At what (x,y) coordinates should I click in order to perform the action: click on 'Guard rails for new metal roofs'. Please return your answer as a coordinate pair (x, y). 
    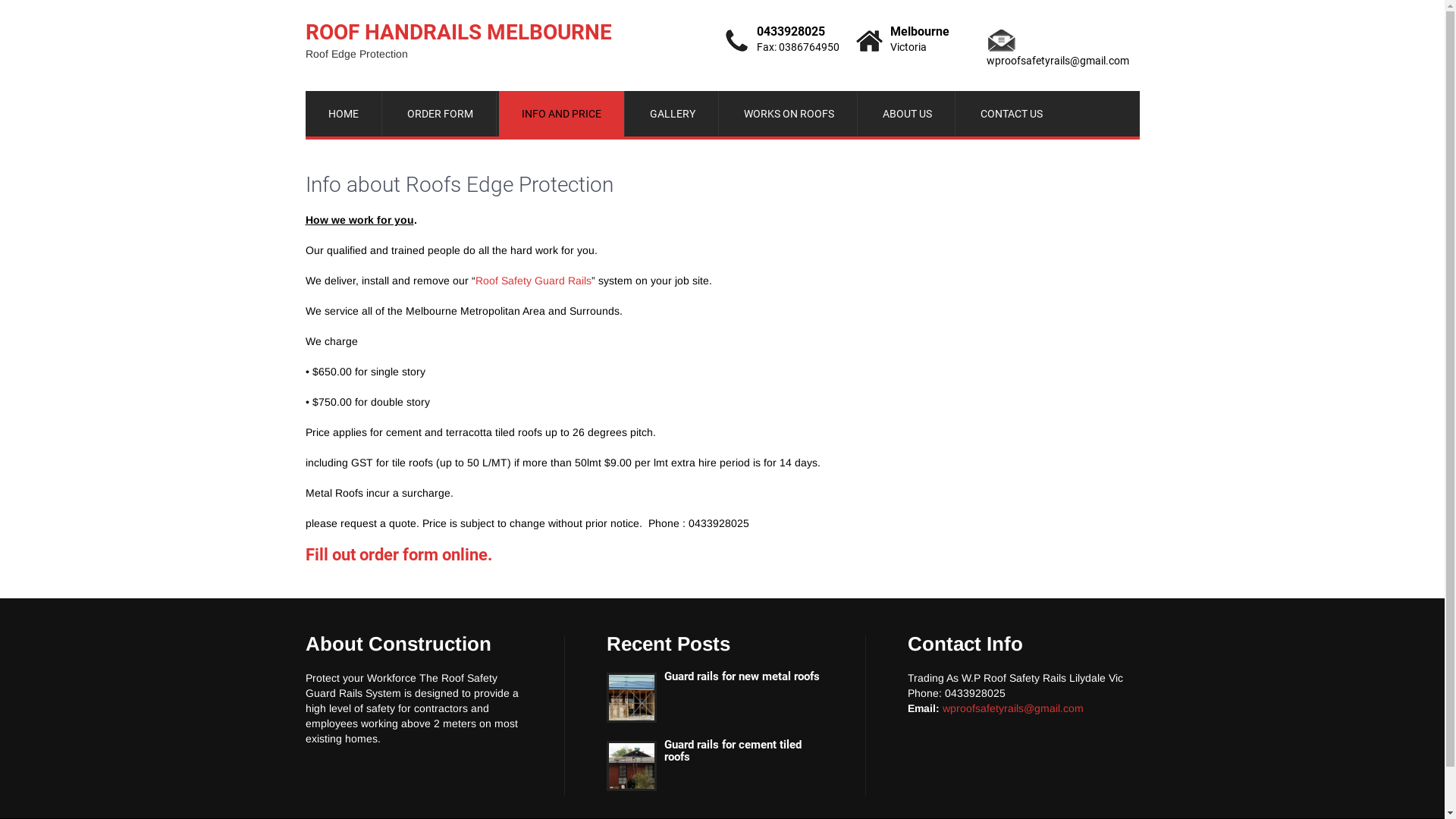
    Looking at the image, I should click on (714, 676).